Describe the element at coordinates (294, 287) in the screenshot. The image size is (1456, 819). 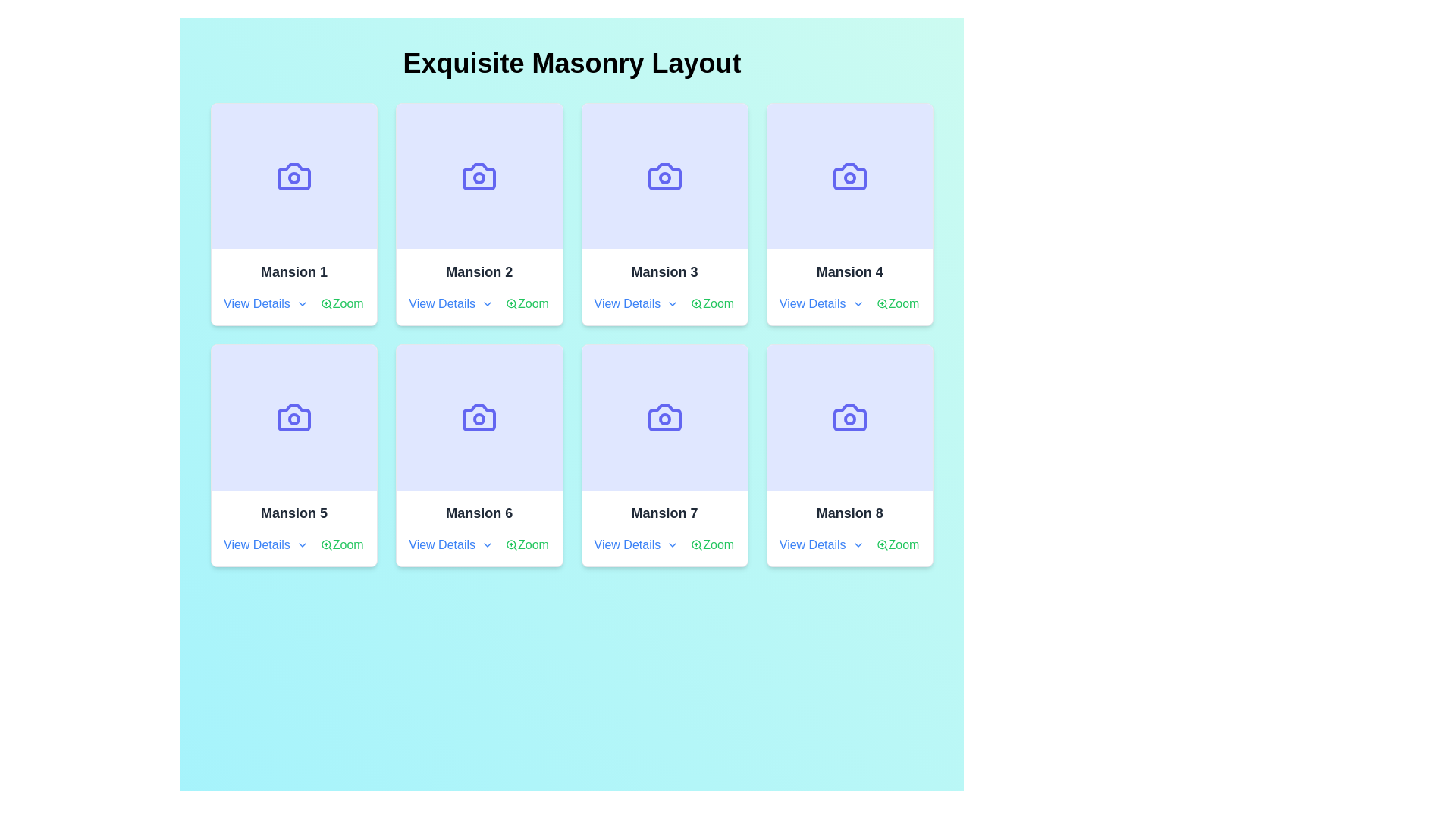
I see `the 'View Details' link located on the card for 'Mansion 1' in the first row and first column of the grid layout` at that location.